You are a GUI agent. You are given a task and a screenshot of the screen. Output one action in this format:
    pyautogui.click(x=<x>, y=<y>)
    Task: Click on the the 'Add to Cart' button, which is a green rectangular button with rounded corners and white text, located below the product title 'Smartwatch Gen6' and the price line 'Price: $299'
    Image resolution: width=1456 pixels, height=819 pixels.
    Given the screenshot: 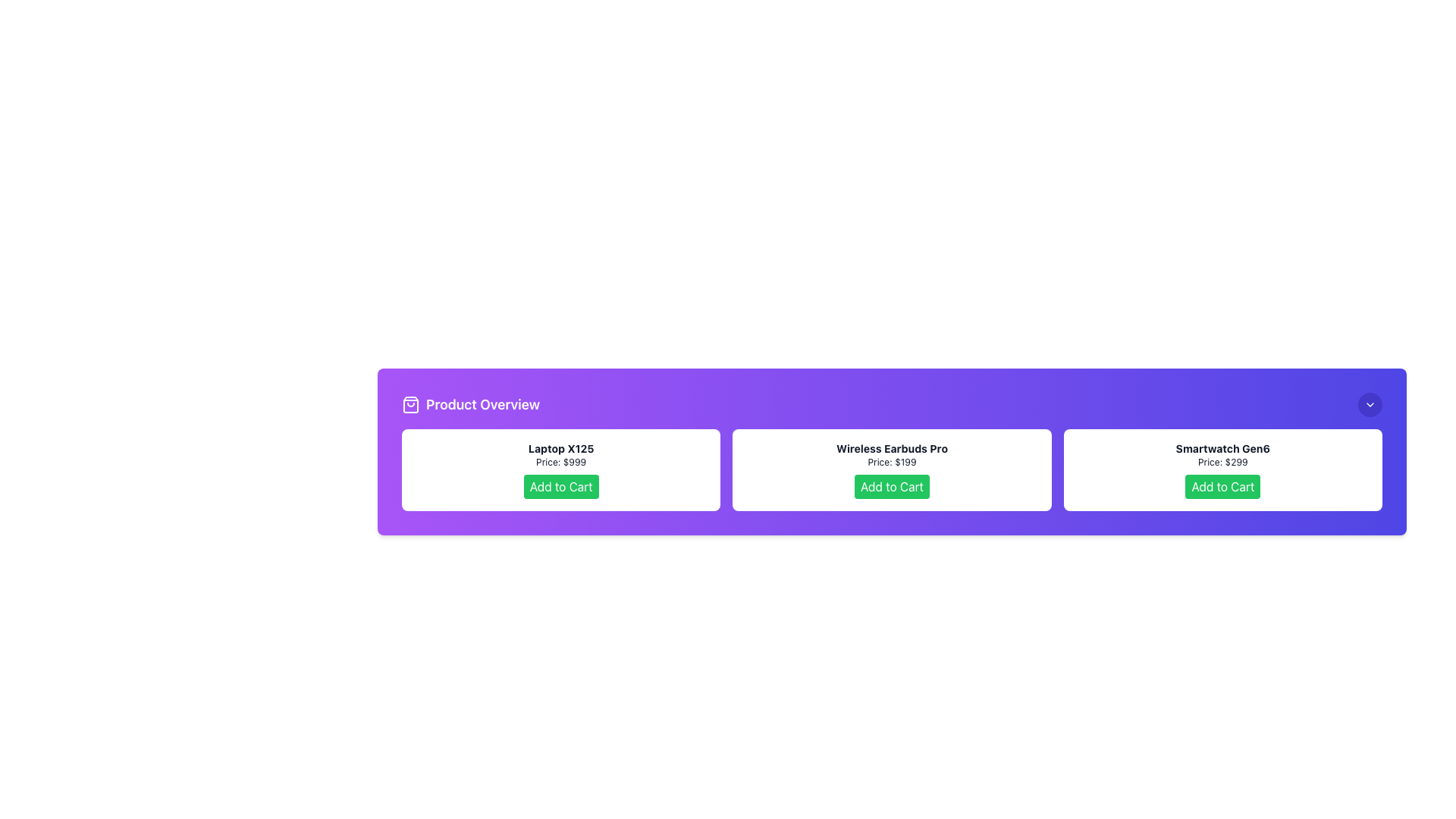 What is the action you would take?
    pyautogui.click(x=1222, y=486)
    